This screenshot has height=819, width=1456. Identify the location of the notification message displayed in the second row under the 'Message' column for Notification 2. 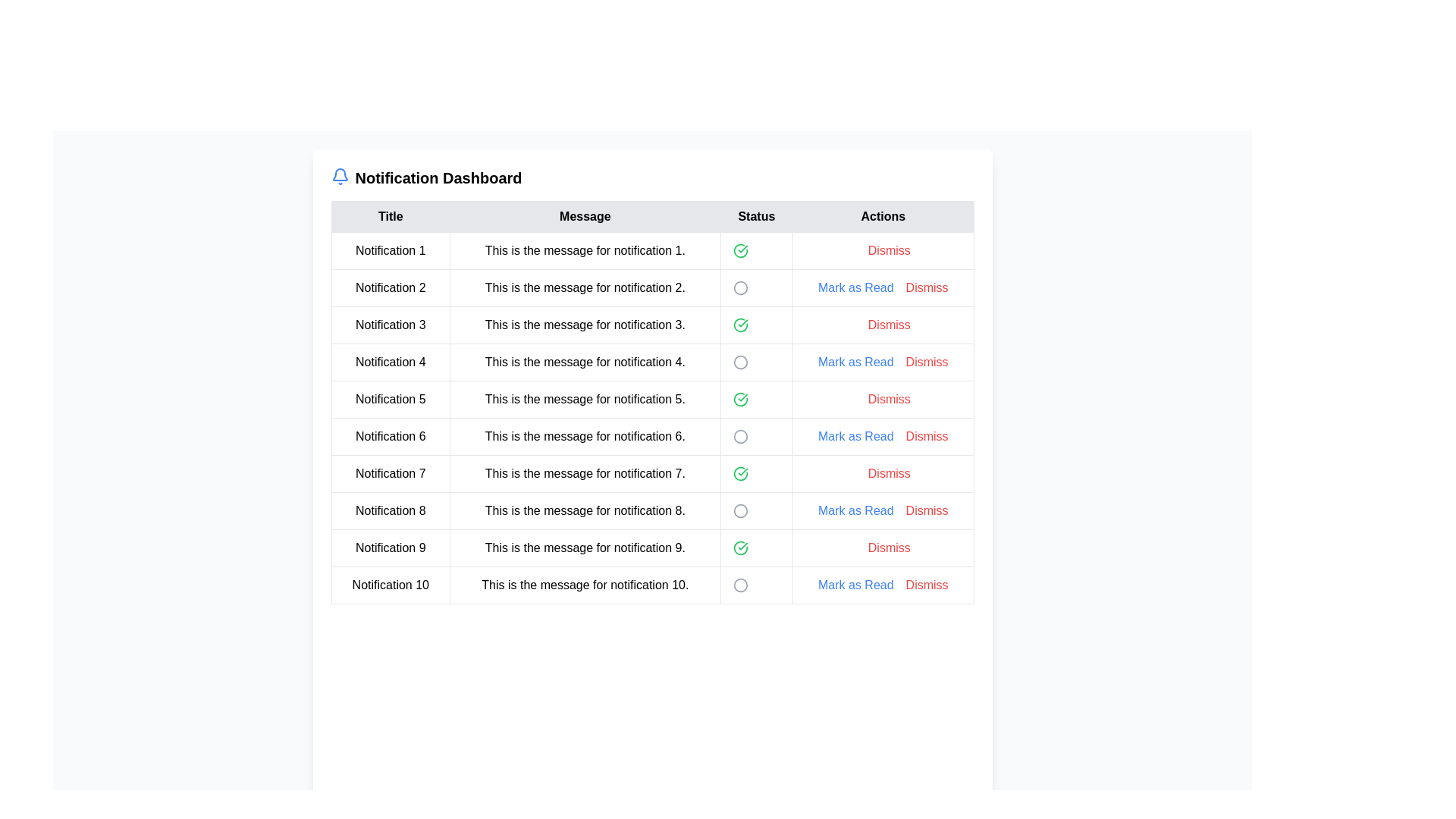
(584, 288).